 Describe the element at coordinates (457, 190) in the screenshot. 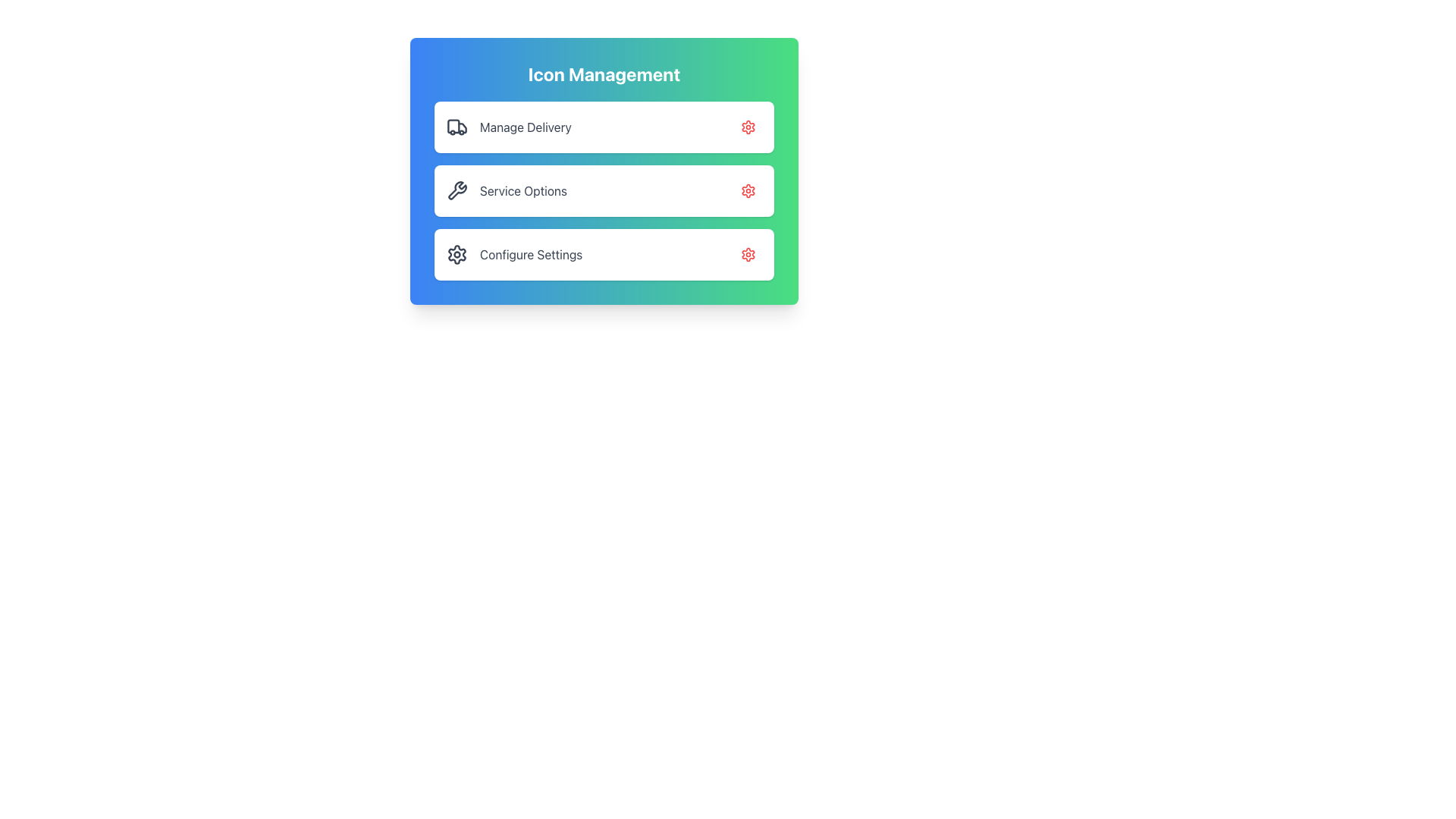

I see `the wrench icon located to the left of the 'Service Options' text label` at that location.